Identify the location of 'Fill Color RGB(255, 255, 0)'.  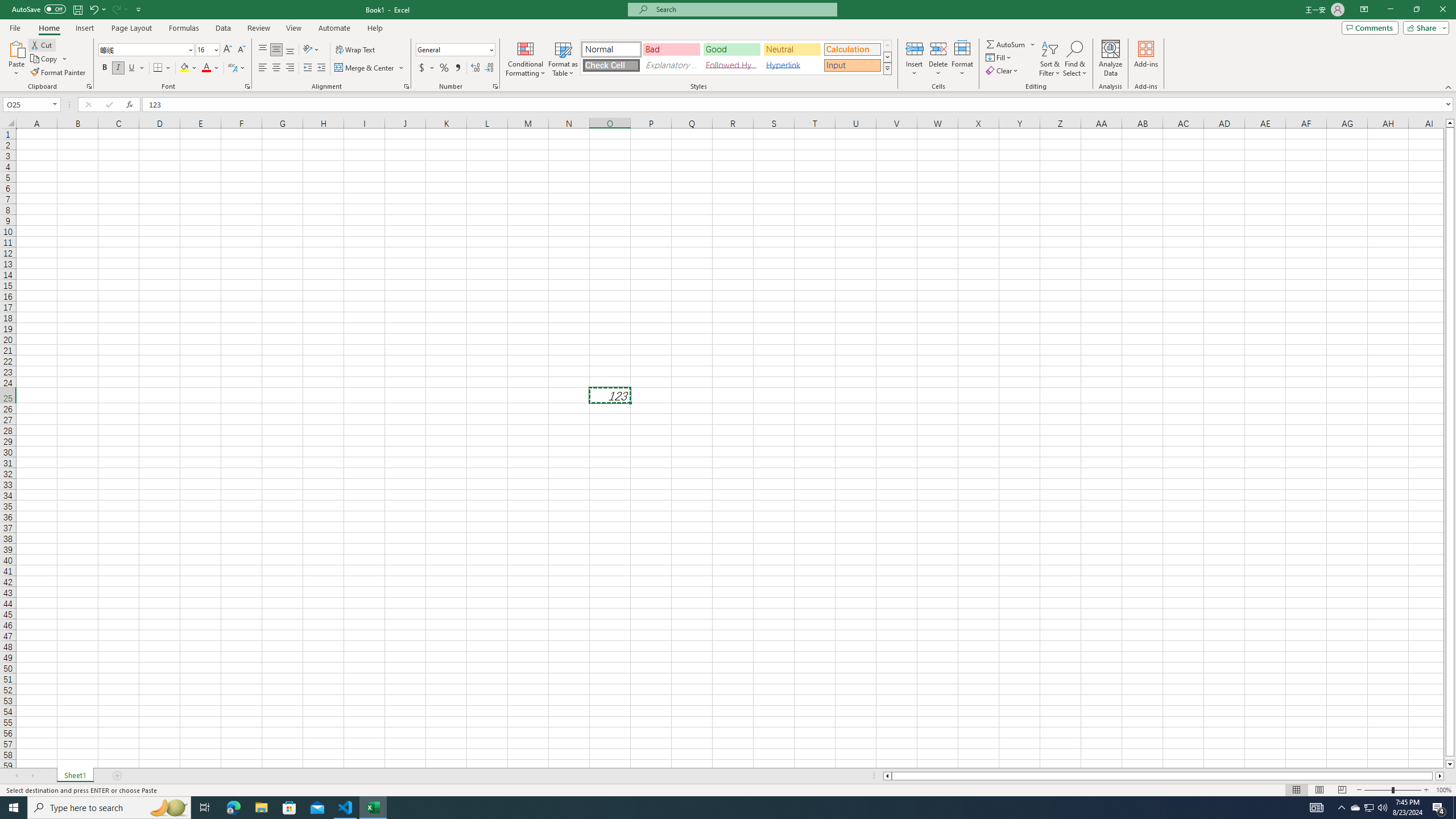
(183, 67).